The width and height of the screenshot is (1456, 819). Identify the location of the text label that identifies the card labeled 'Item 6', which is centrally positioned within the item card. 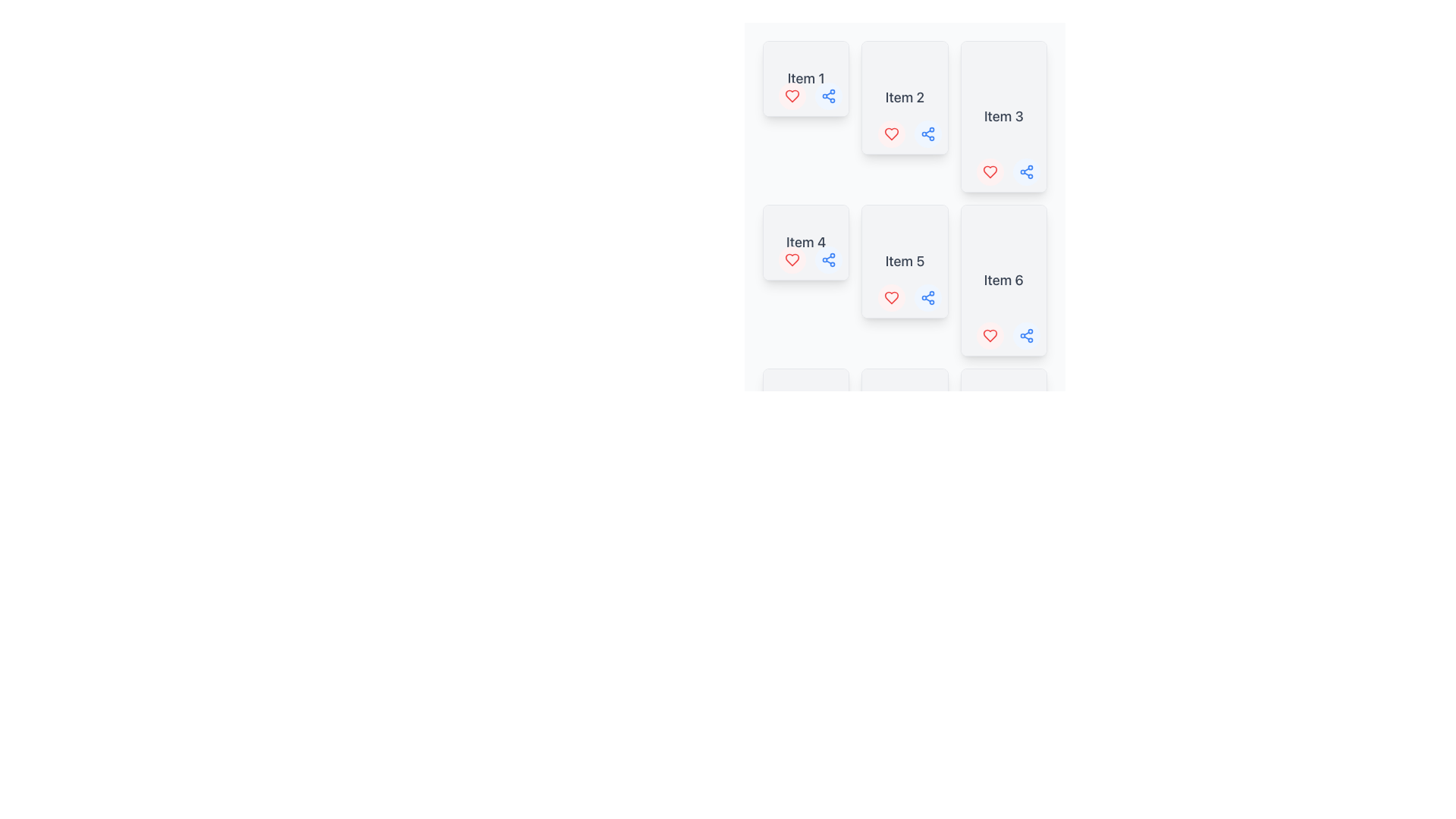
(1003, 281).